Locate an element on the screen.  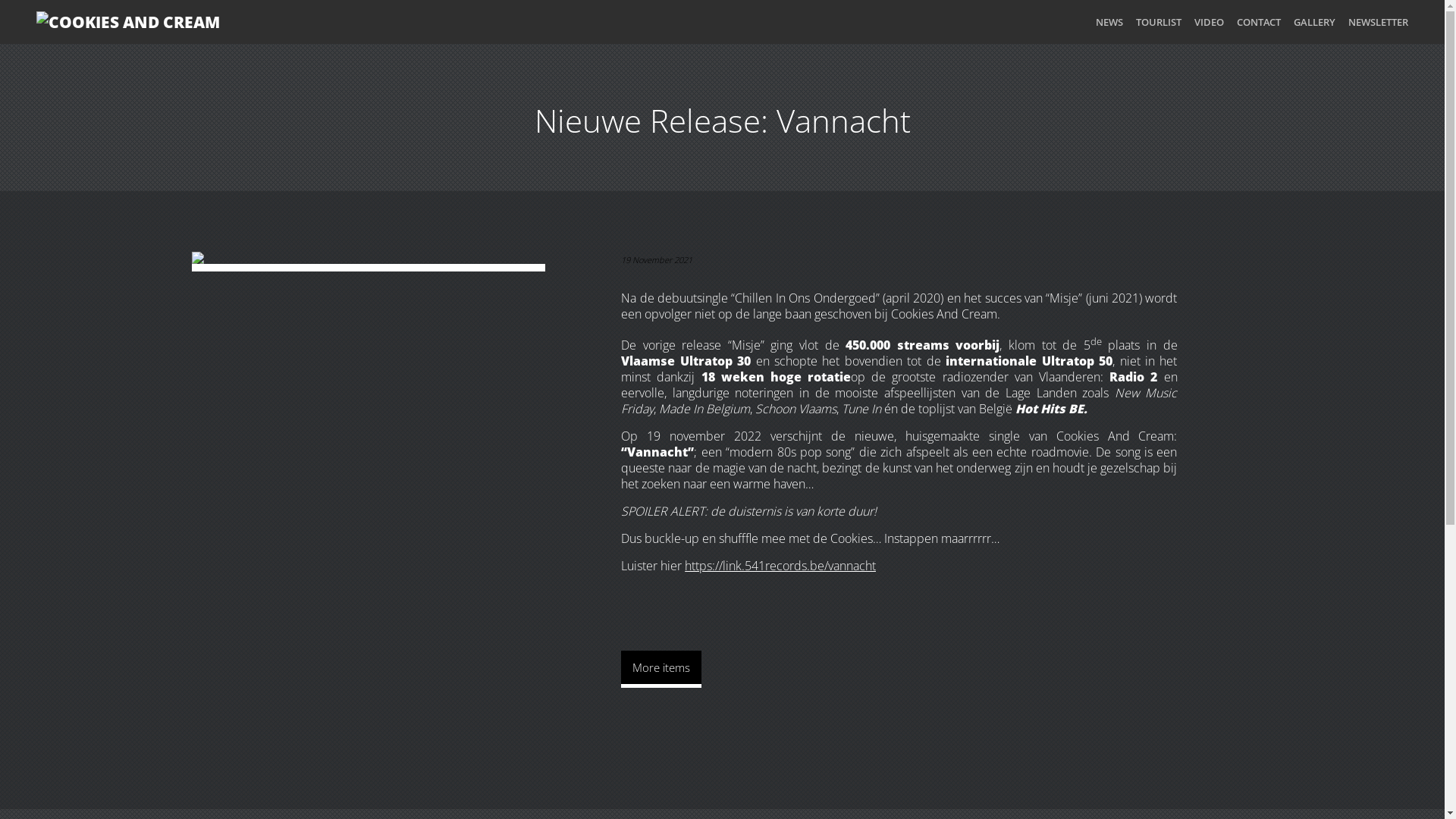
'More items' is located at coordinates (661, 668).